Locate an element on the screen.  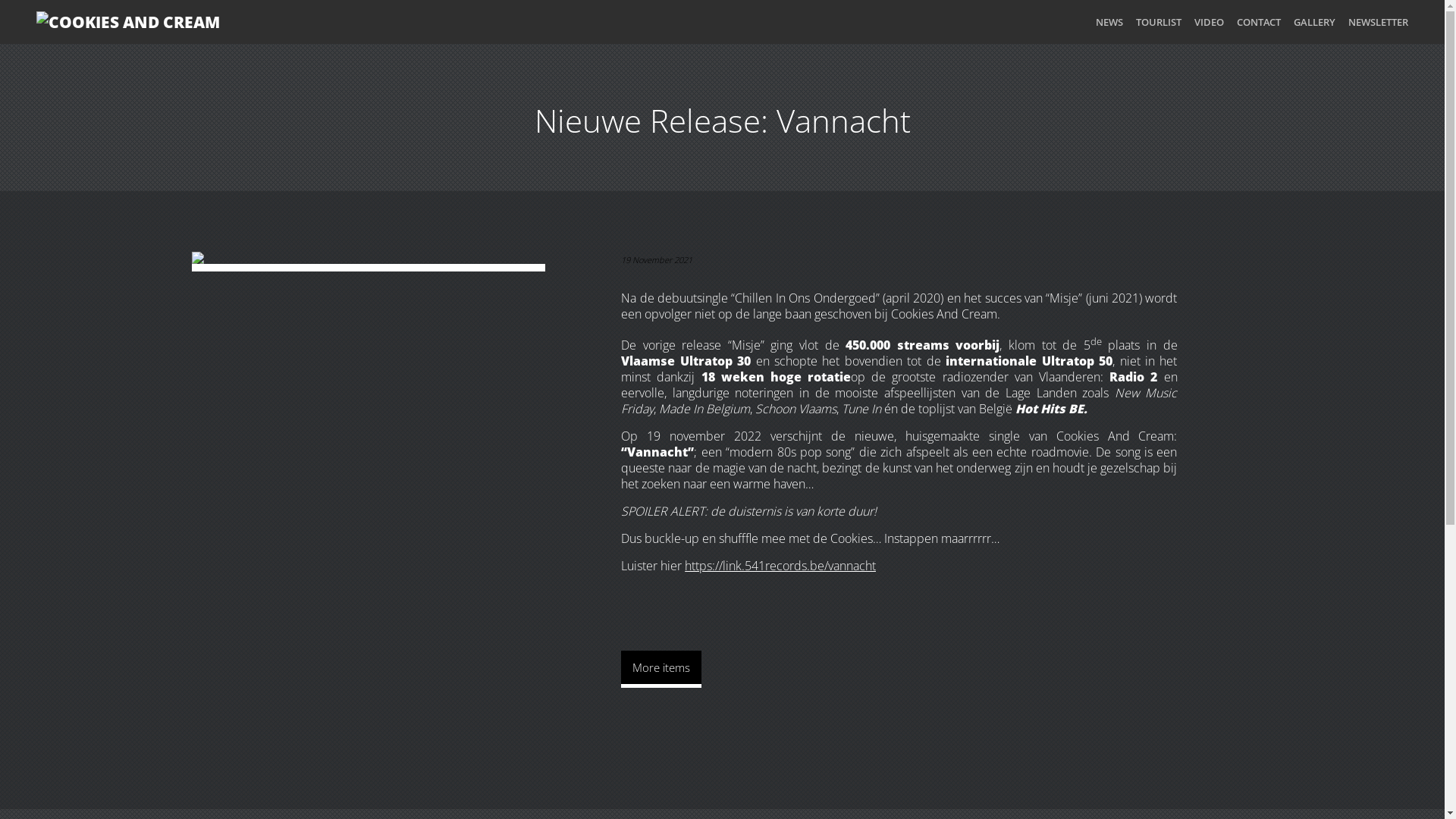
'More items' is located at coordinates (661, 668).